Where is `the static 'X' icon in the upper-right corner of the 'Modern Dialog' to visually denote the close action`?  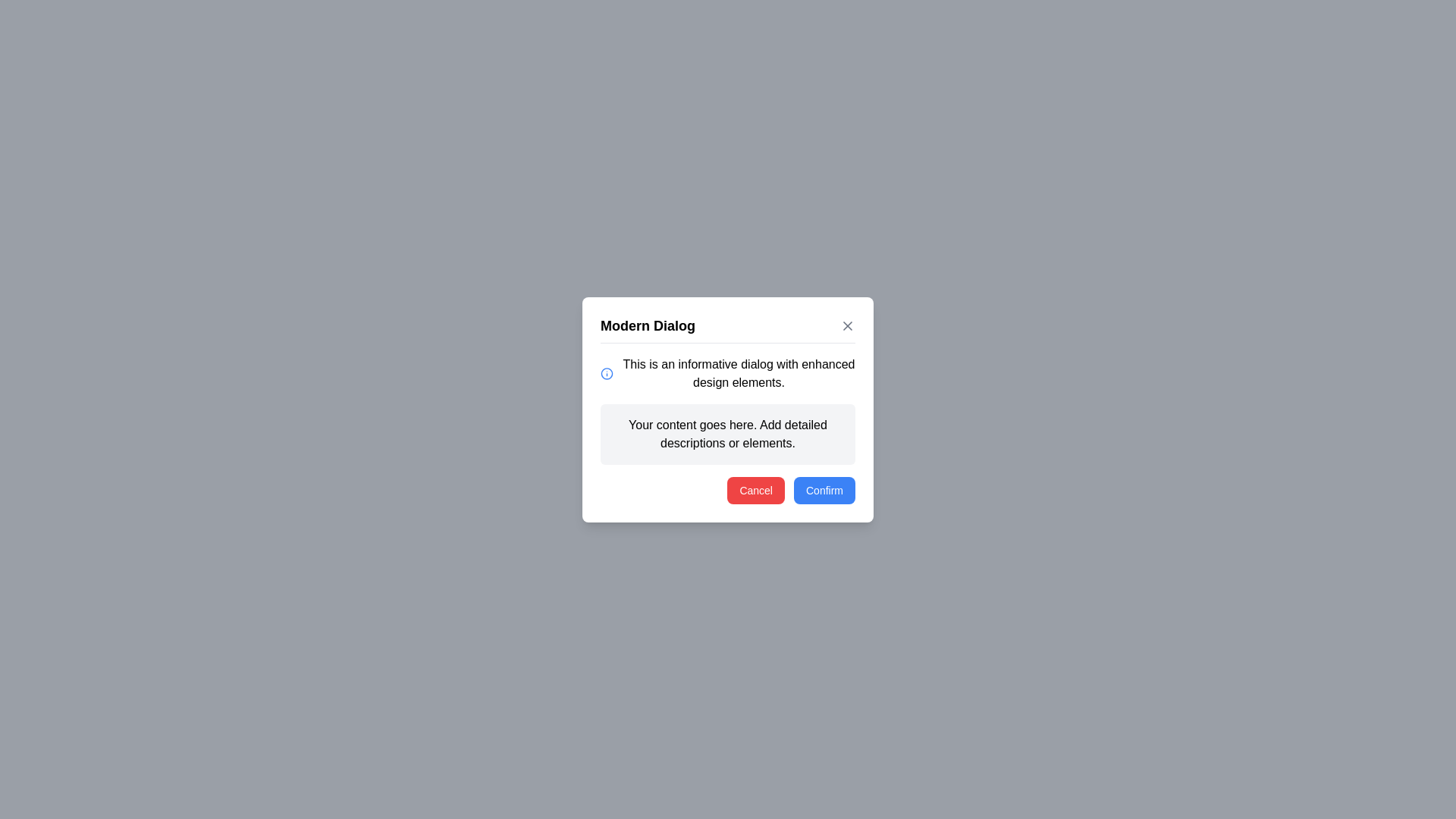
the static 'X' icon in the upper-right corner of the 'Modern Dialog' to visually denote the close action is located at coordinates (847, 325).